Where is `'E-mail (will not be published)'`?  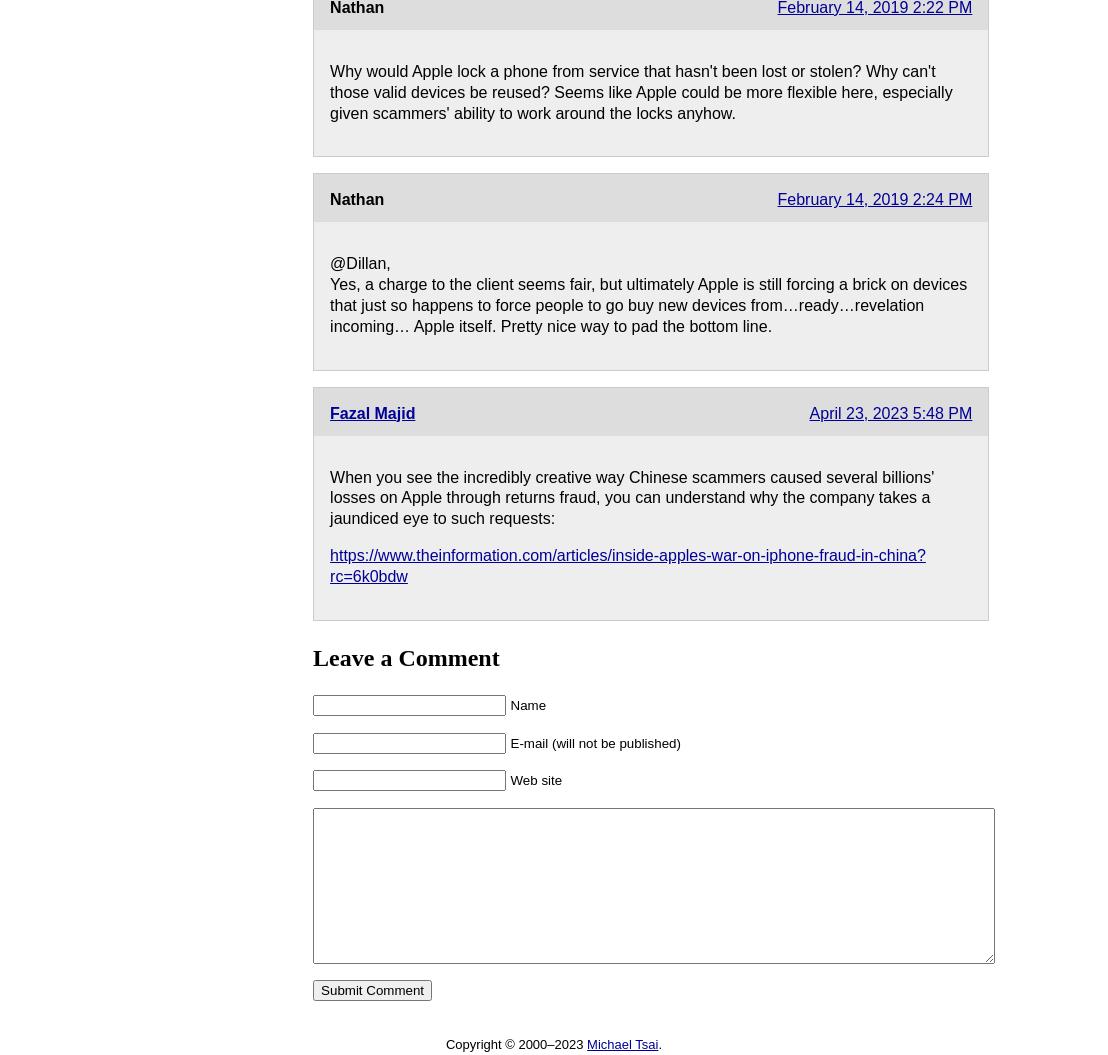 'E-mail (will not be published)' is located at coordinates (594, 742).